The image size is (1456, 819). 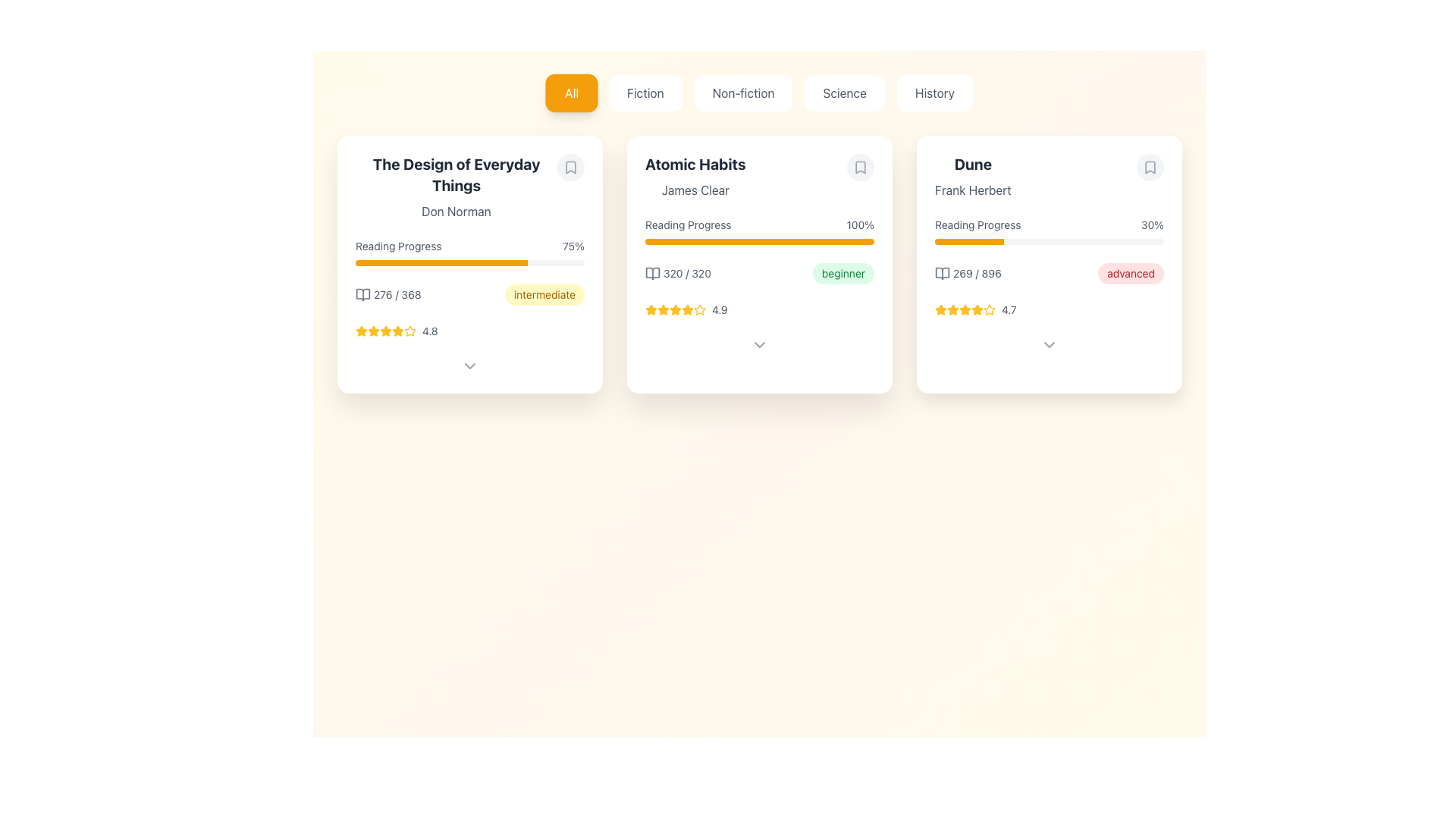 What do you see at coordinates (760, 231) in the screenshot?
I see `the 'Reading Progress' element which includes the text label 'Reading Progress', the percentage indicator '100%', and the orange progress bar, located in the middle section of the 'Atomic Habits' card` at bounding box center [760, 231].